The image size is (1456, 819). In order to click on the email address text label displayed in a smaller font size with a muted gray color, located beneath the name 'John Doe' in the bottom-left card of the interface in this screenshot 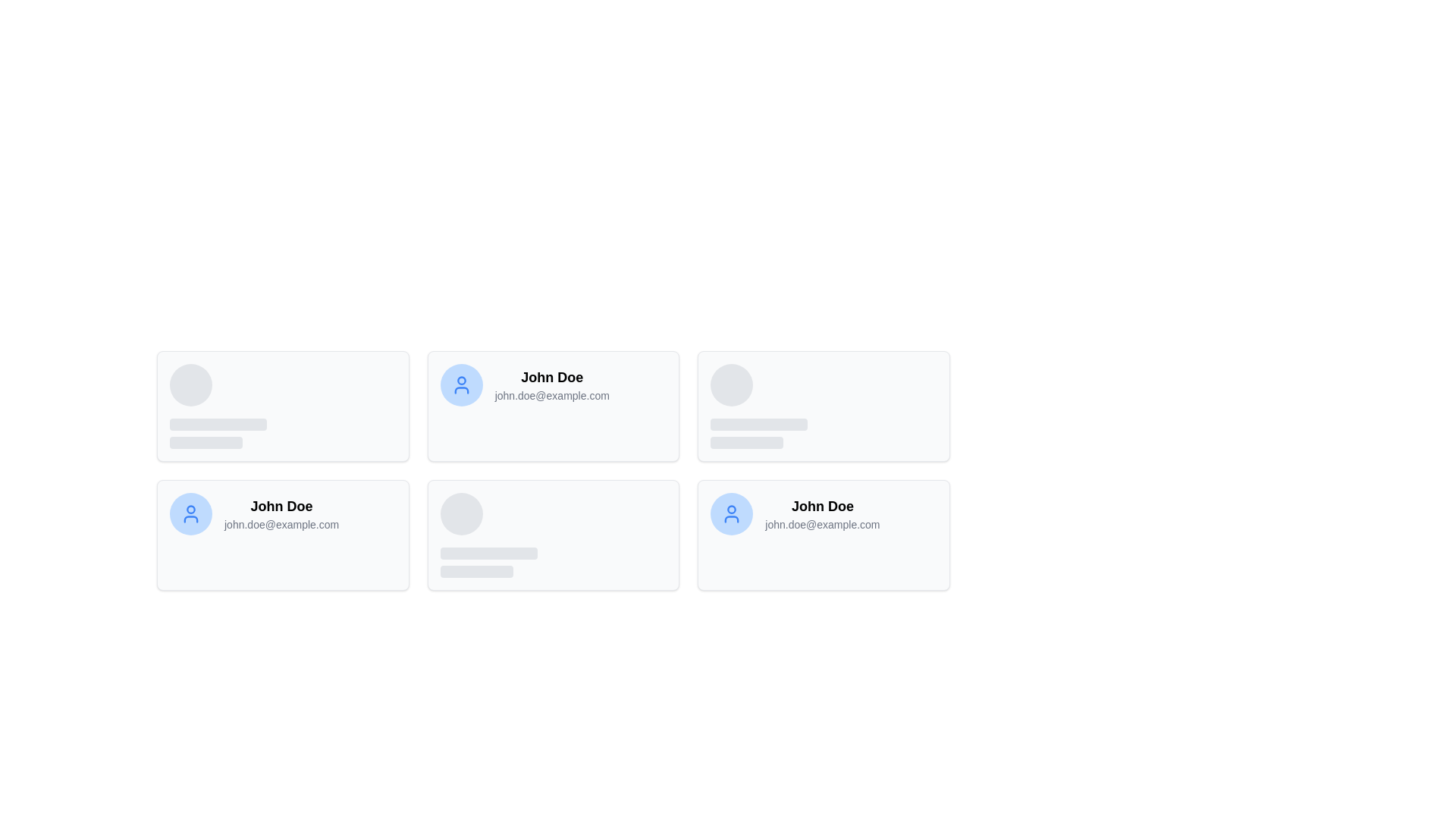, I will do `click(281, 523)`.